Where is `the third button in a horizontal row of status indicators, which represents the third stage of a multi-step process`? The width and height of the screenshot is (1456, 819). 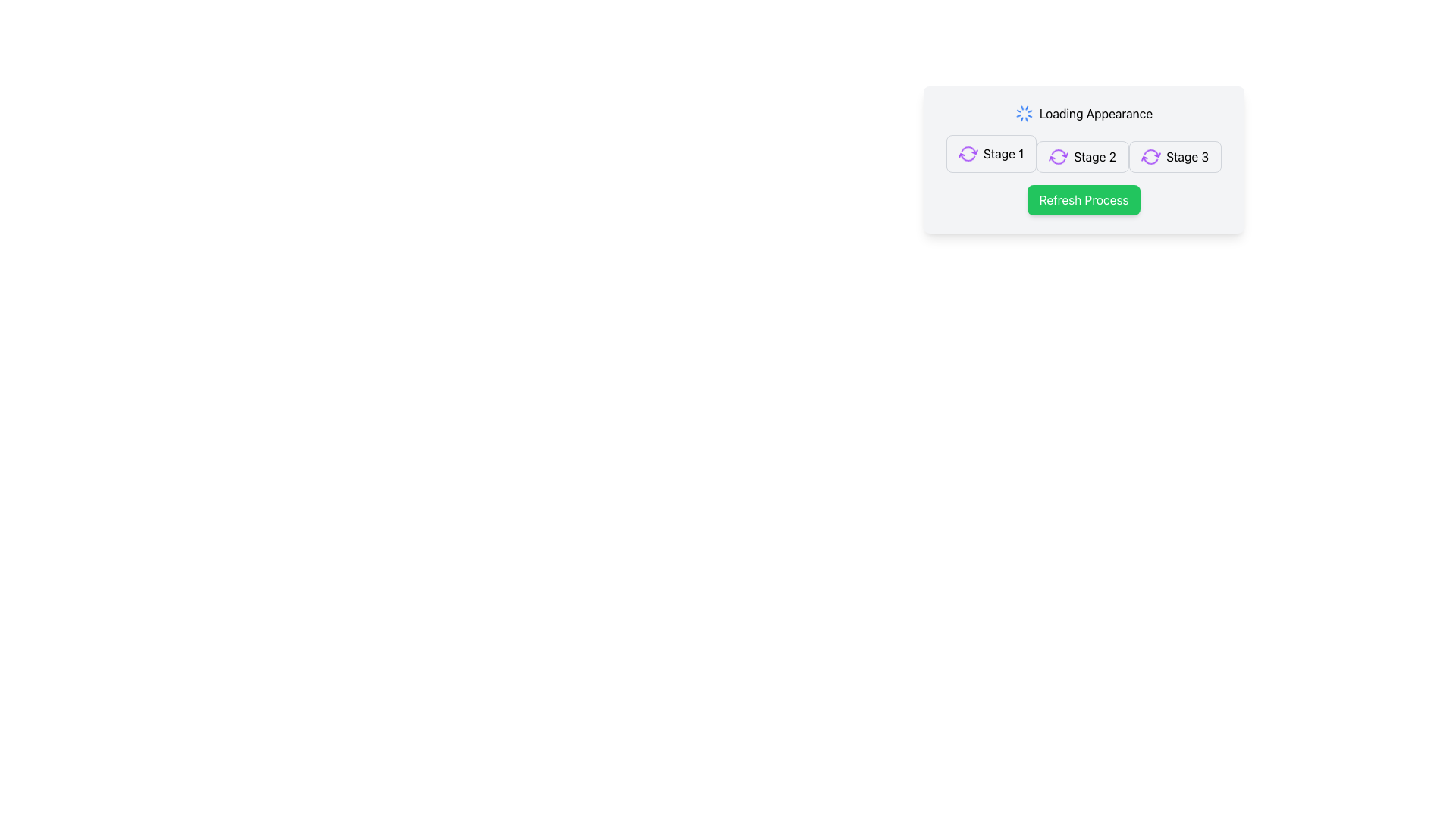 the third button in a horizontal row of status indicators, which represents the third stage of a multi-step process is located at coordinates (1175, 157).